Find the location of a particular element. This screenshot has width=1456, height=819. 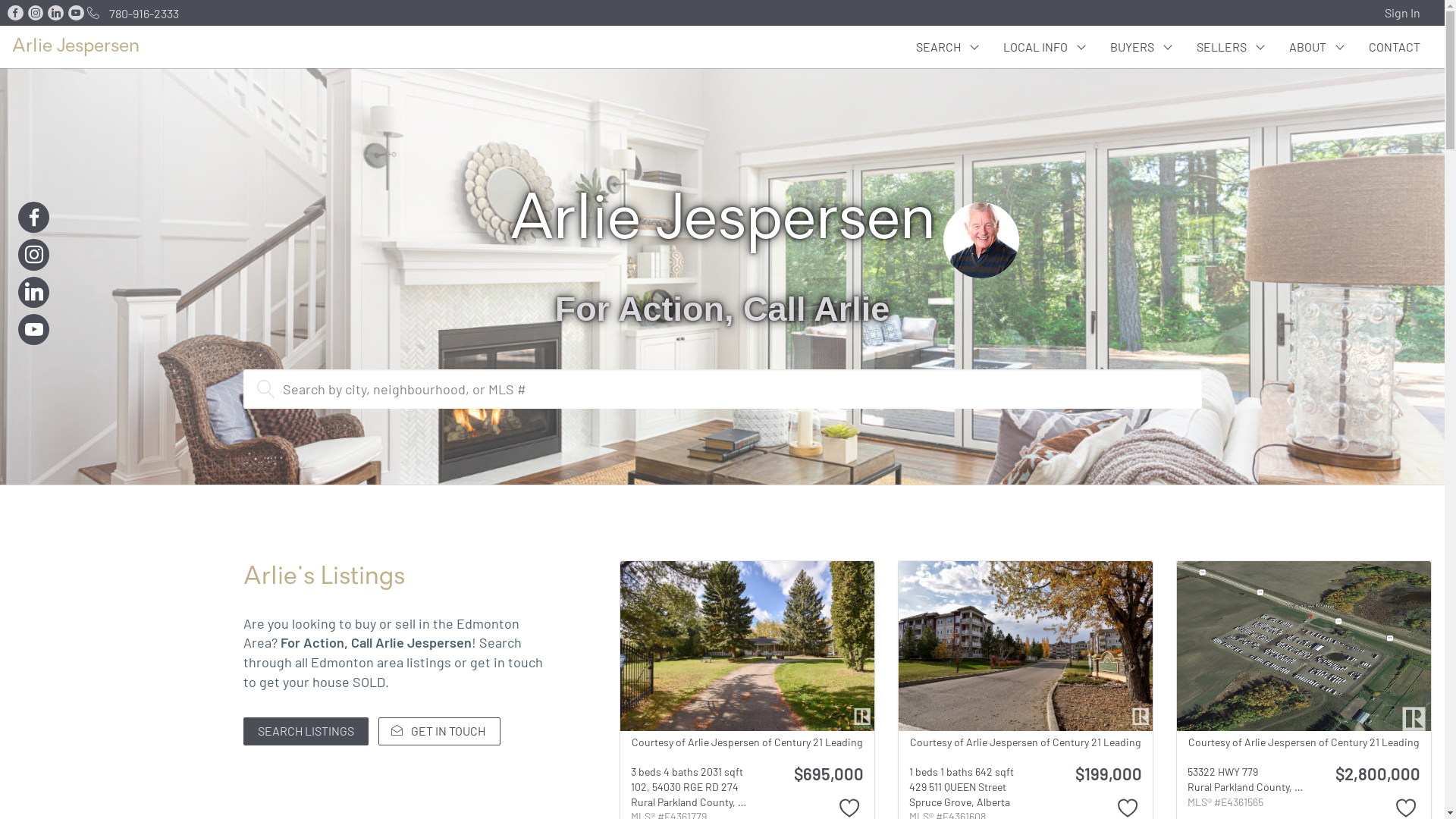

'780-916-2333' is located at coordinates (130, 12).